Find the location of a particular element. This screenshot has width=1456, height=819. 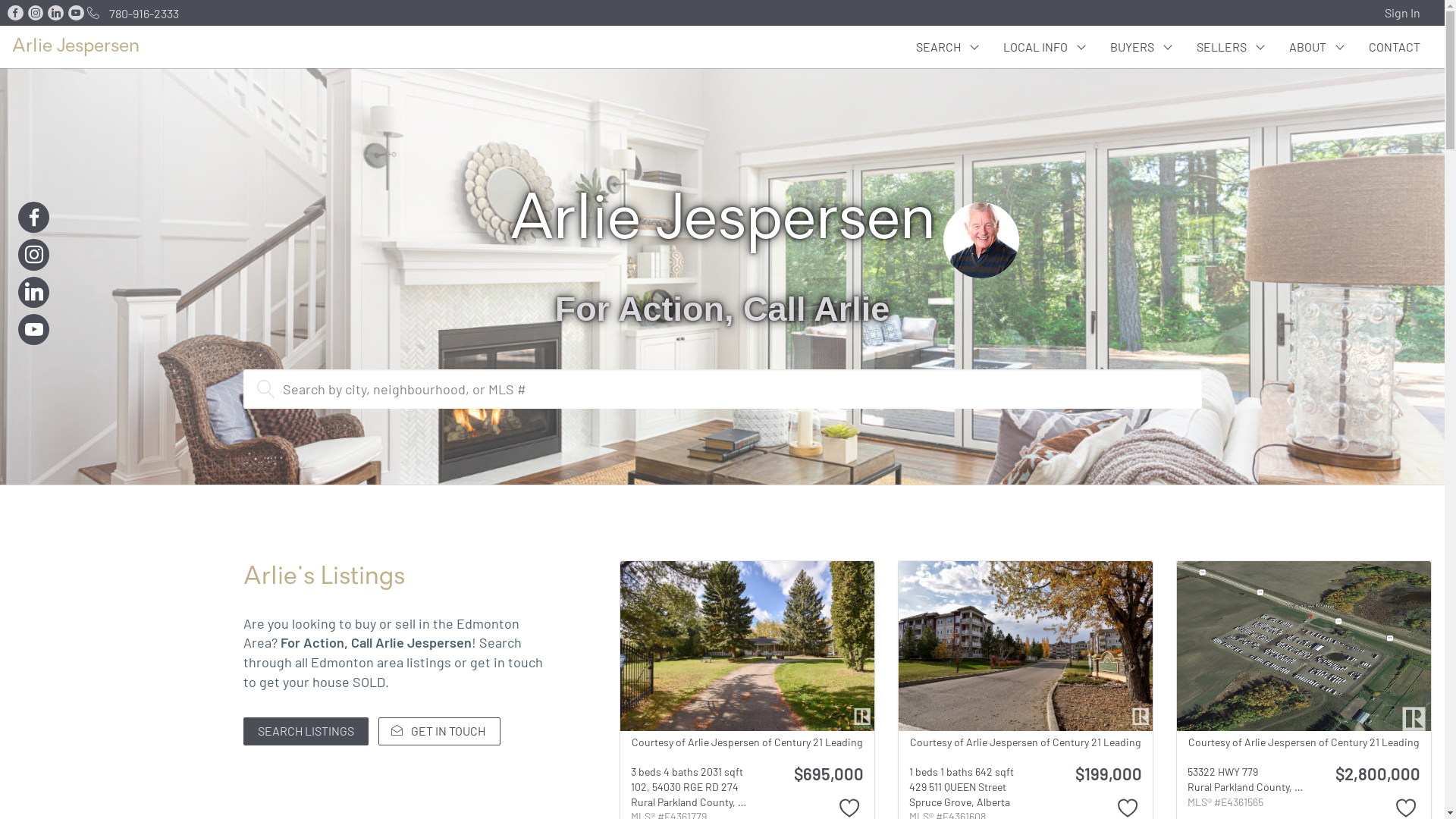

'780-916-2333' is located at coordinates (130, 12).